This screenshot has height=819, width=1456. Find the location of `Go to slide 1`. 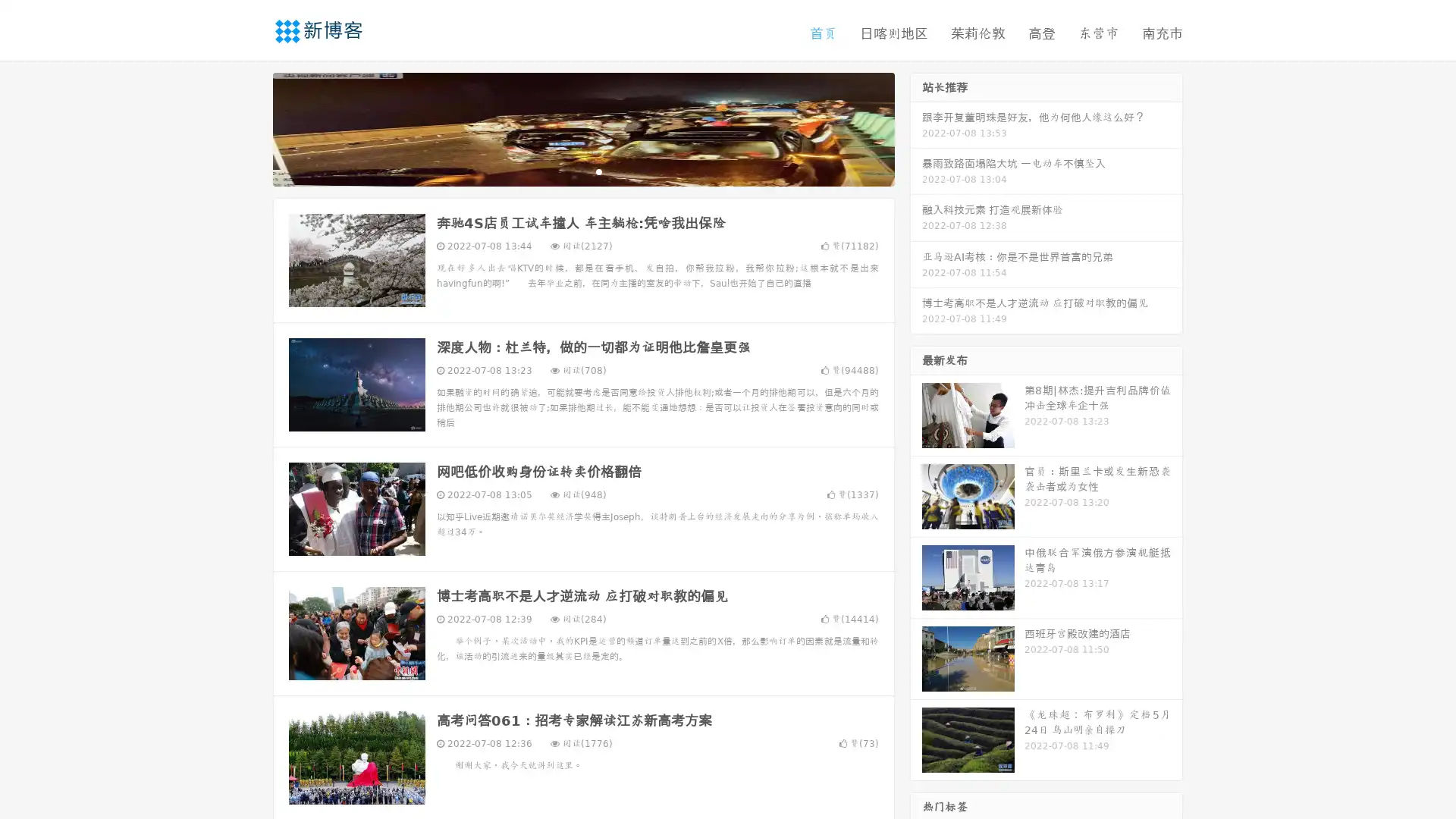

Go to slide 1 is located at coordinates (567, 171).